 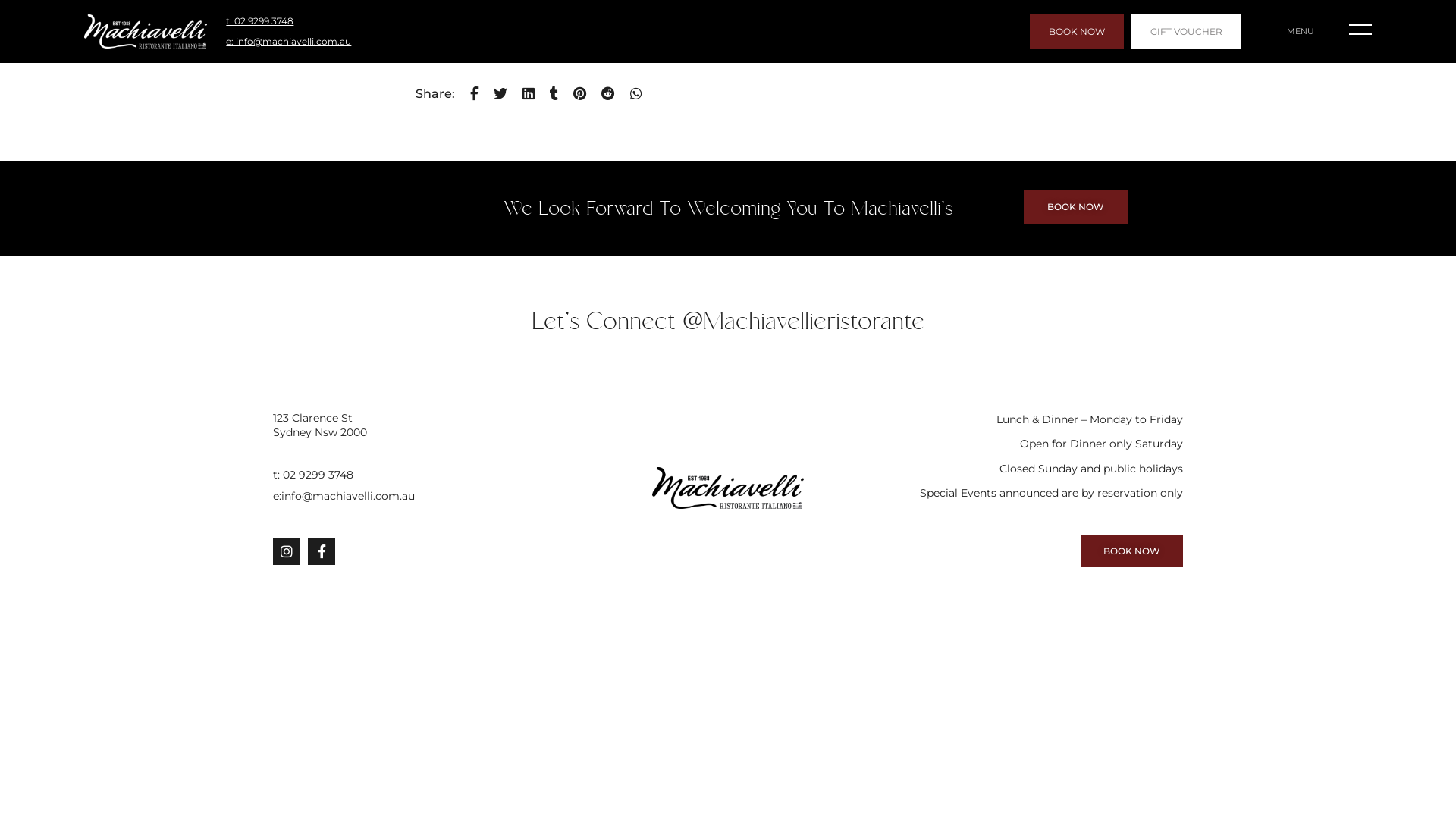 I want to click on '123 Clarence St, so click(x=419, y=424).